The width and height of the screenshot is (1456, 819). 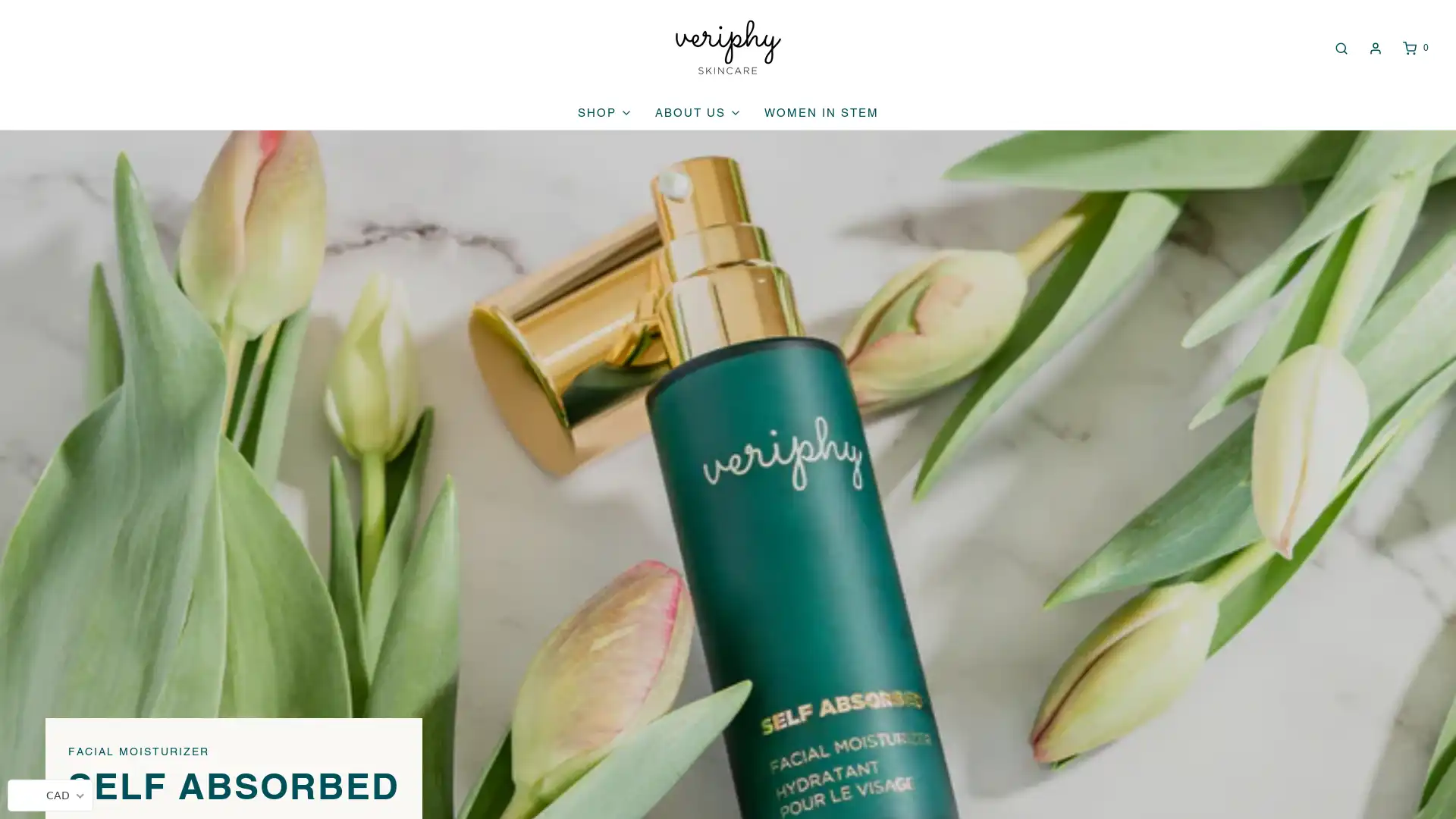 What do you see at coordinates (1414, 46) in the screenshot?
I see `Open cart sidebar` at bounding box center [1414, 46].